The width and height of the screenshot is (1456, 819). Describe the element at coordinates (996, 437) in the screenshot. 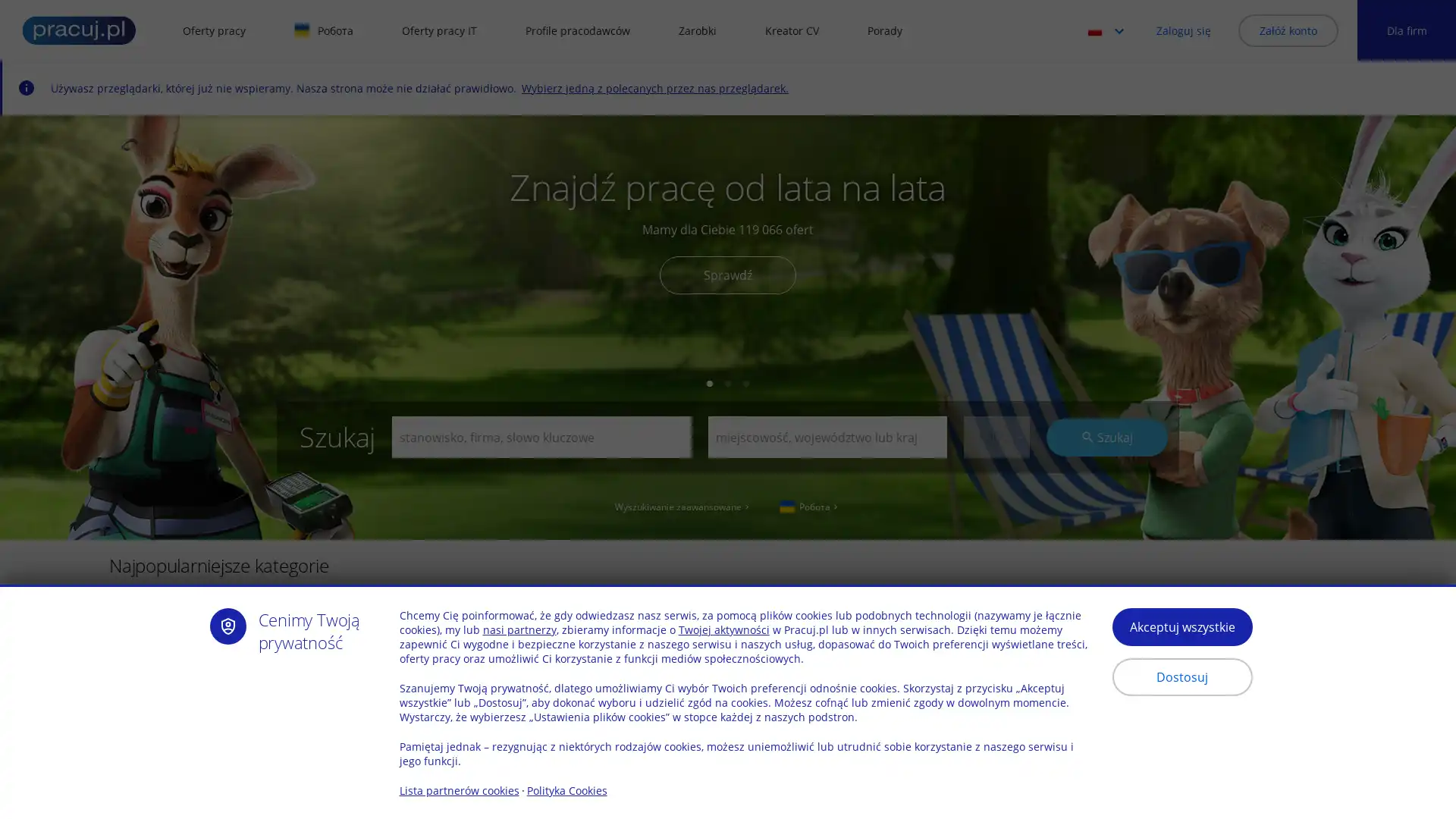

I see `+ 30 km` at that location.